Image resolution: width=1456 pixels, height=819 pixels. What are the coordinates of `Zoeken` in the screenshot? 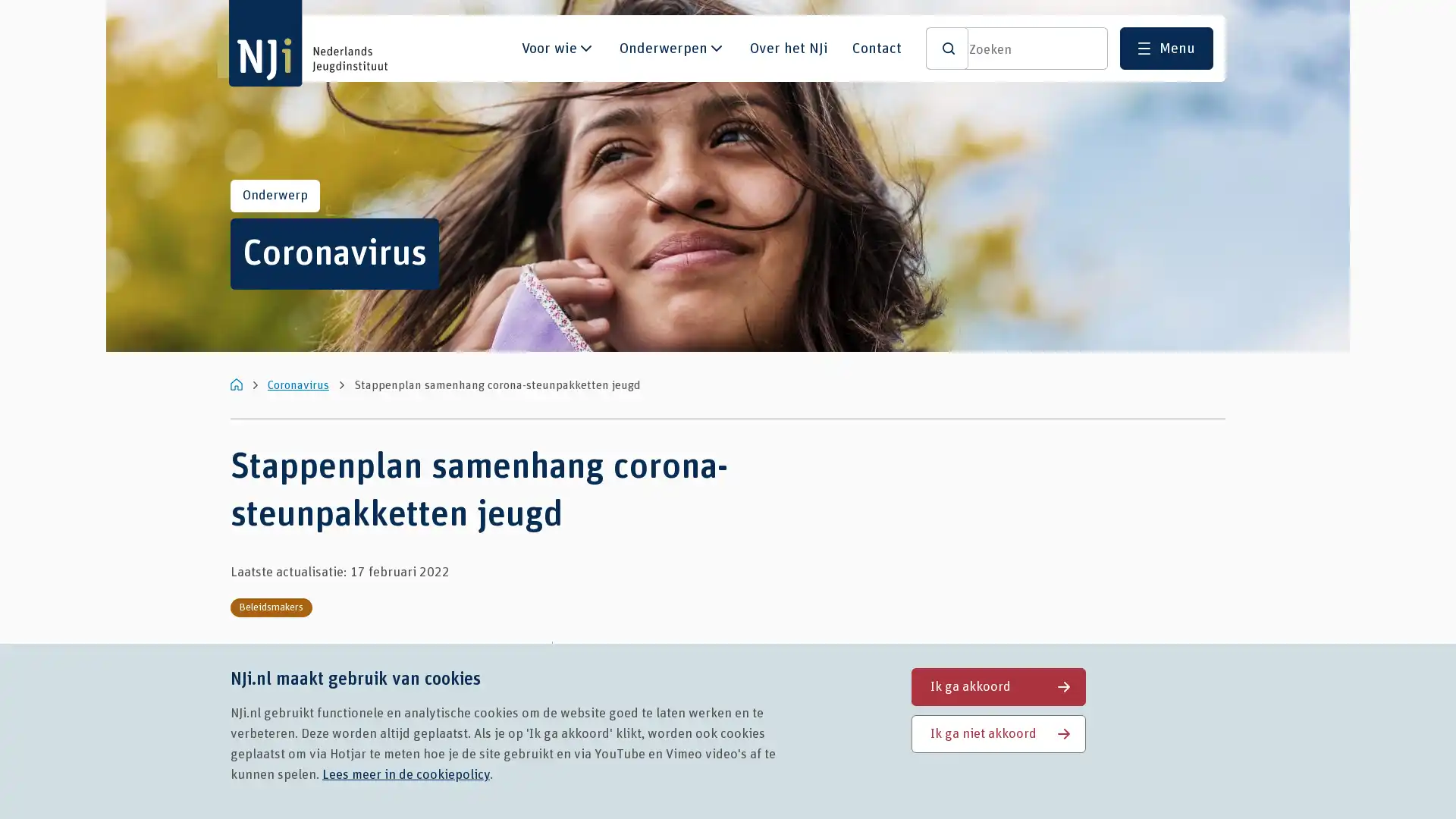 It's located at (946, 48).